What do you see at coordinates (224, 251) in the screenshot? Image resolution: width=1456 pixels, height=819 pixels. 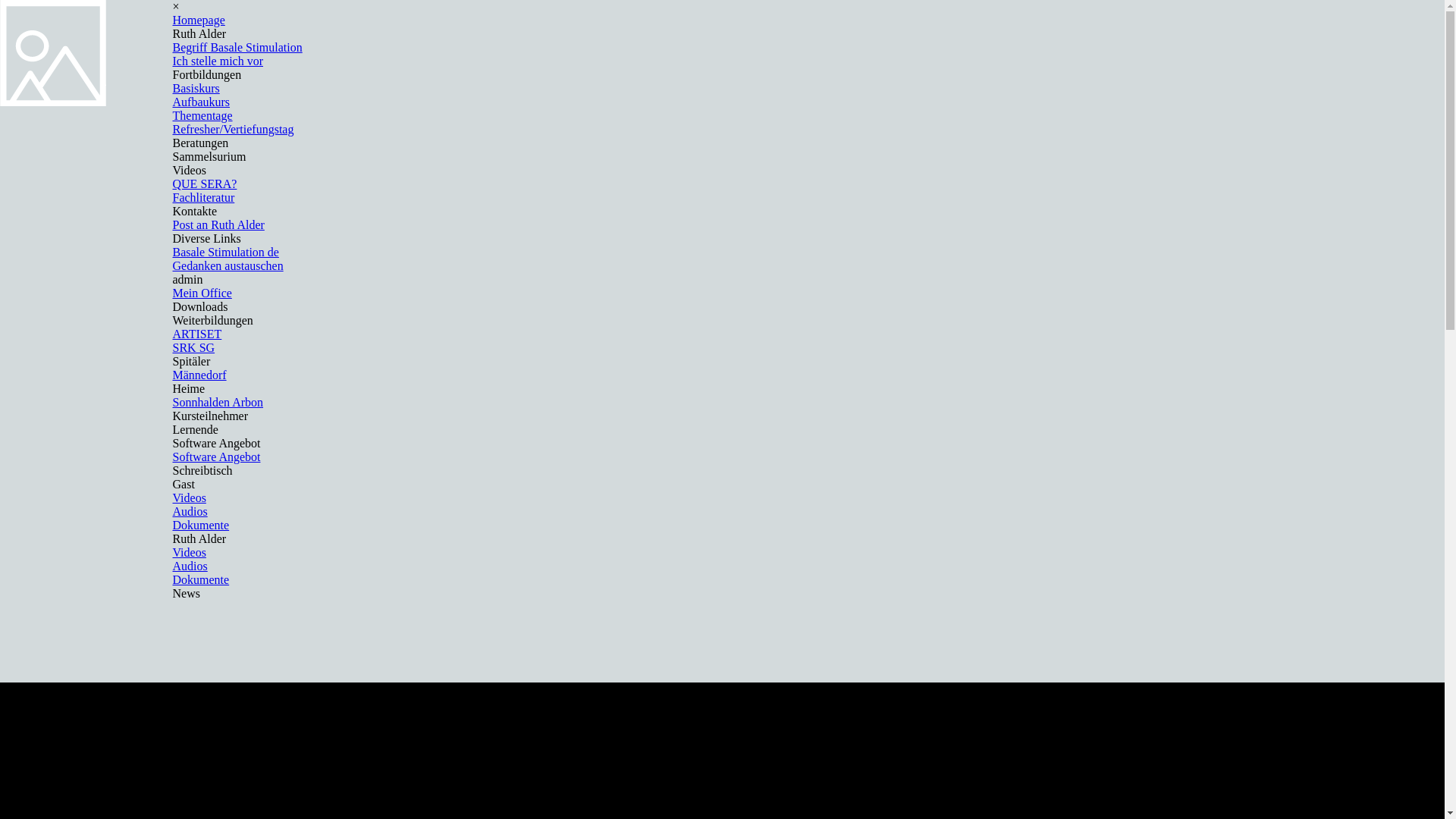 I see `'Basale Stimulation de'` at bounding box center [224, 251].